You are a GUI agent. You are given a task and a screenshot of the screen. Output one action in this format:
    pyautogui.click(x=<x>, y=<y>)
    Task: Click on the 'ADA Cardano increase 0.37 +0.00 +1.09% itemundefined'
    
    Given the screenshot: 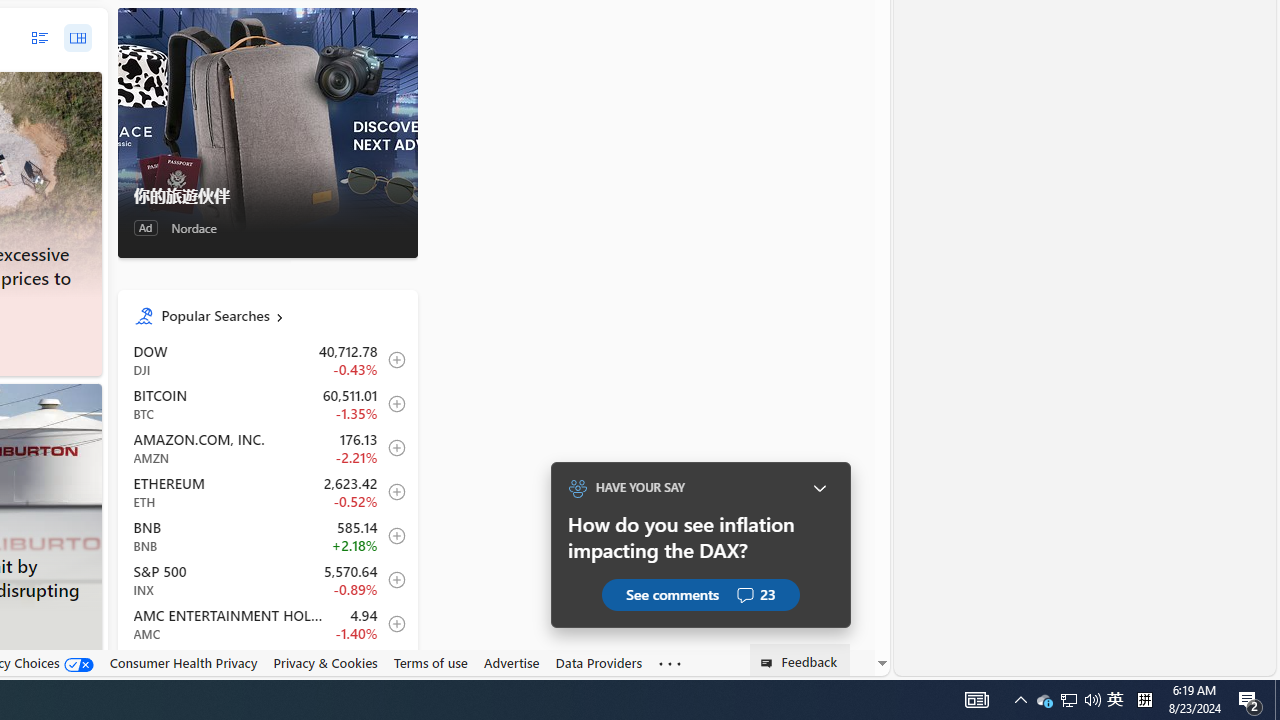 What is the action you would take?
    pyautogui.click(x=266, y=667)
    